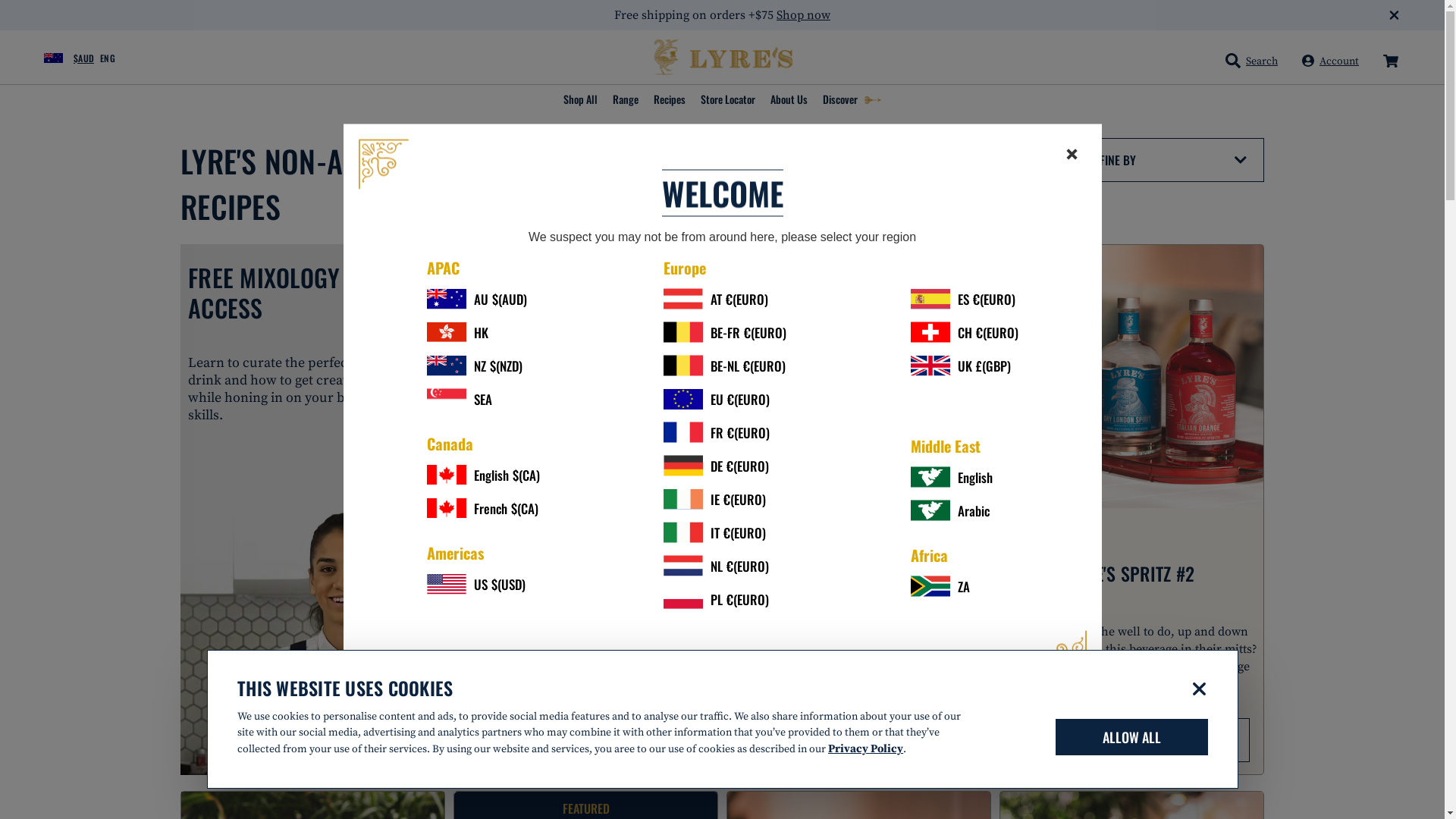 The image size is (1456, 819). Describe the element at coordinates (963, 510) in the screenshot. I see `'Arabic'` at that location.